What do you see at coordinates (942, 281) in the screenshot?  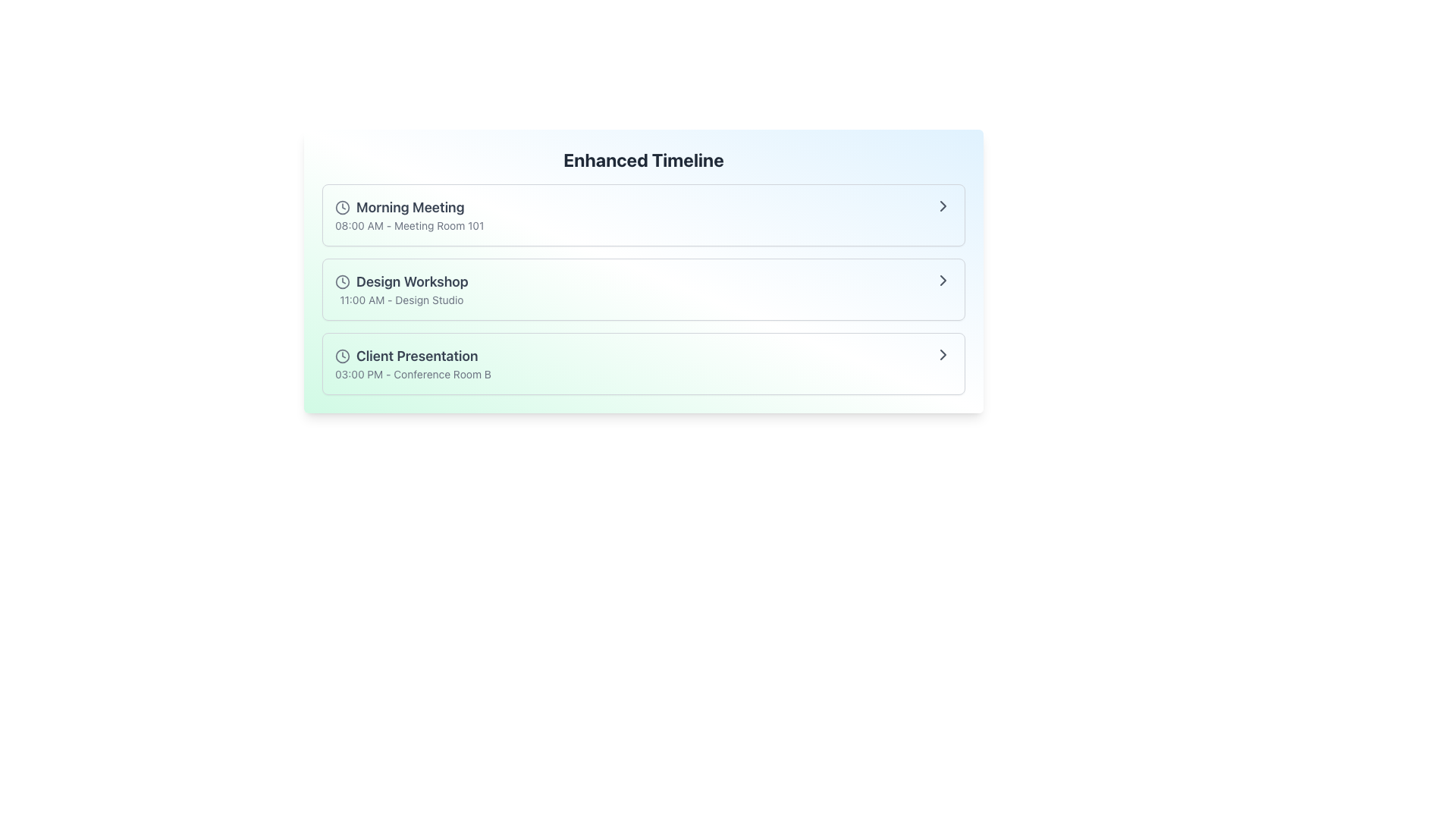 I see `the navigation icon located at the far right of the list item 'Design Workshop - 11:00 AM - Design Studio'` at bounding box center [942, 281].